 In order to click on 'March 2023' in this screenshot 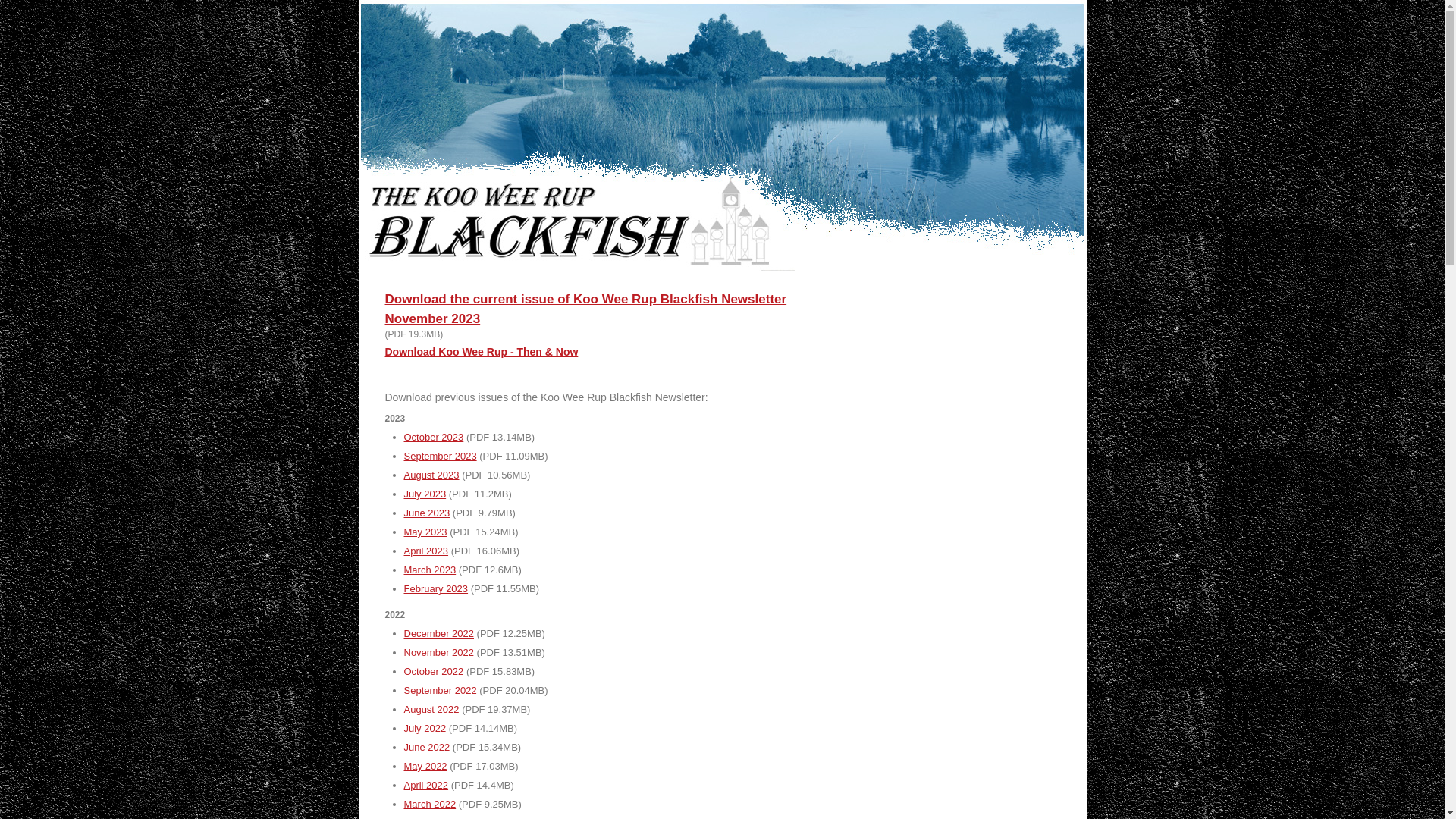, I will do `click(428, 570)`.